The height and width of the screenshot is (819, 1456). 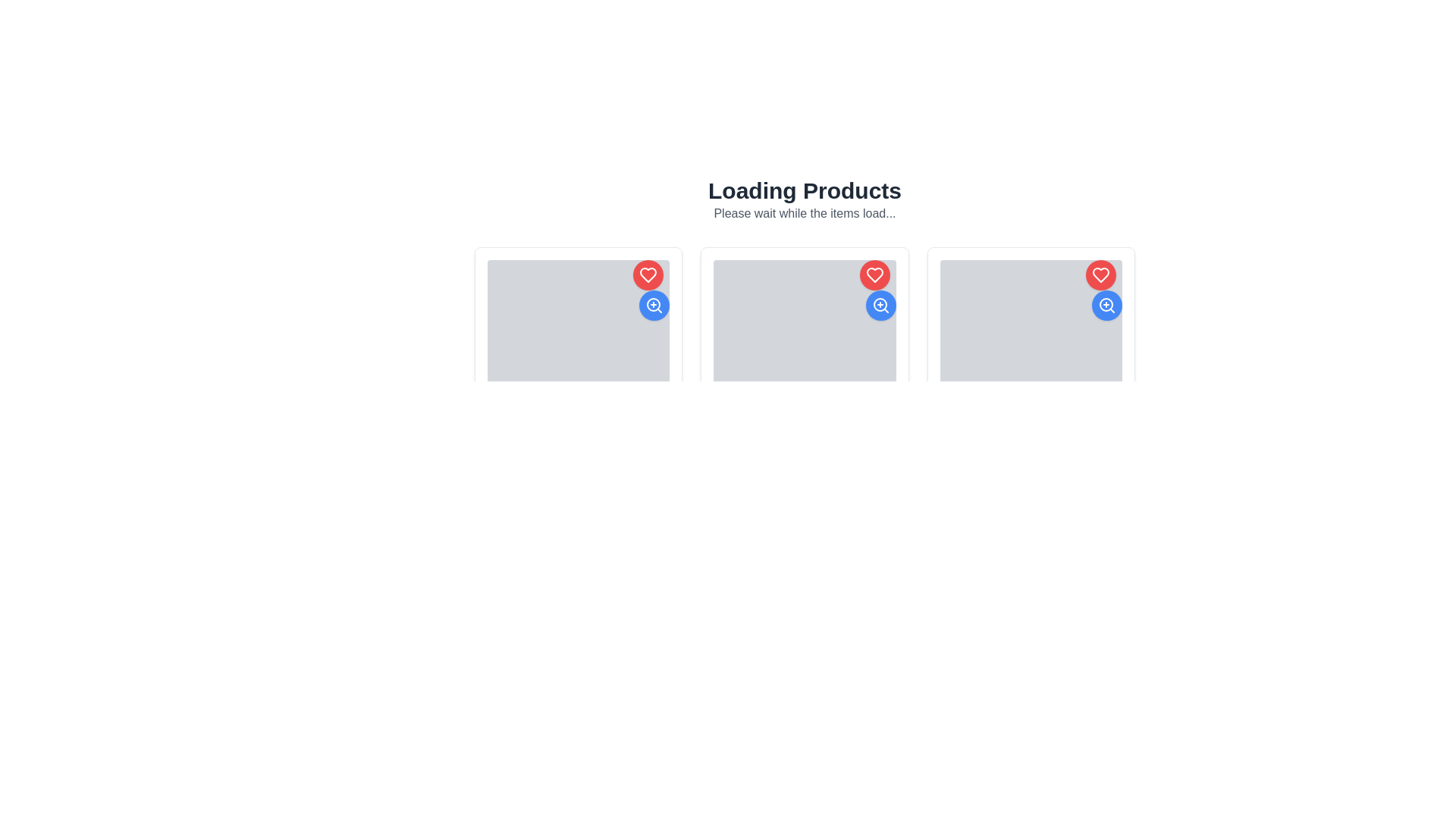 What do you see at coordinates (880, 304) in the screenshot?
I see `the SVG Circle representing the lens of a magnifying glass icon, located at the bottom right corner of the group associated with a gray square image` at bounding box center [880, 304].